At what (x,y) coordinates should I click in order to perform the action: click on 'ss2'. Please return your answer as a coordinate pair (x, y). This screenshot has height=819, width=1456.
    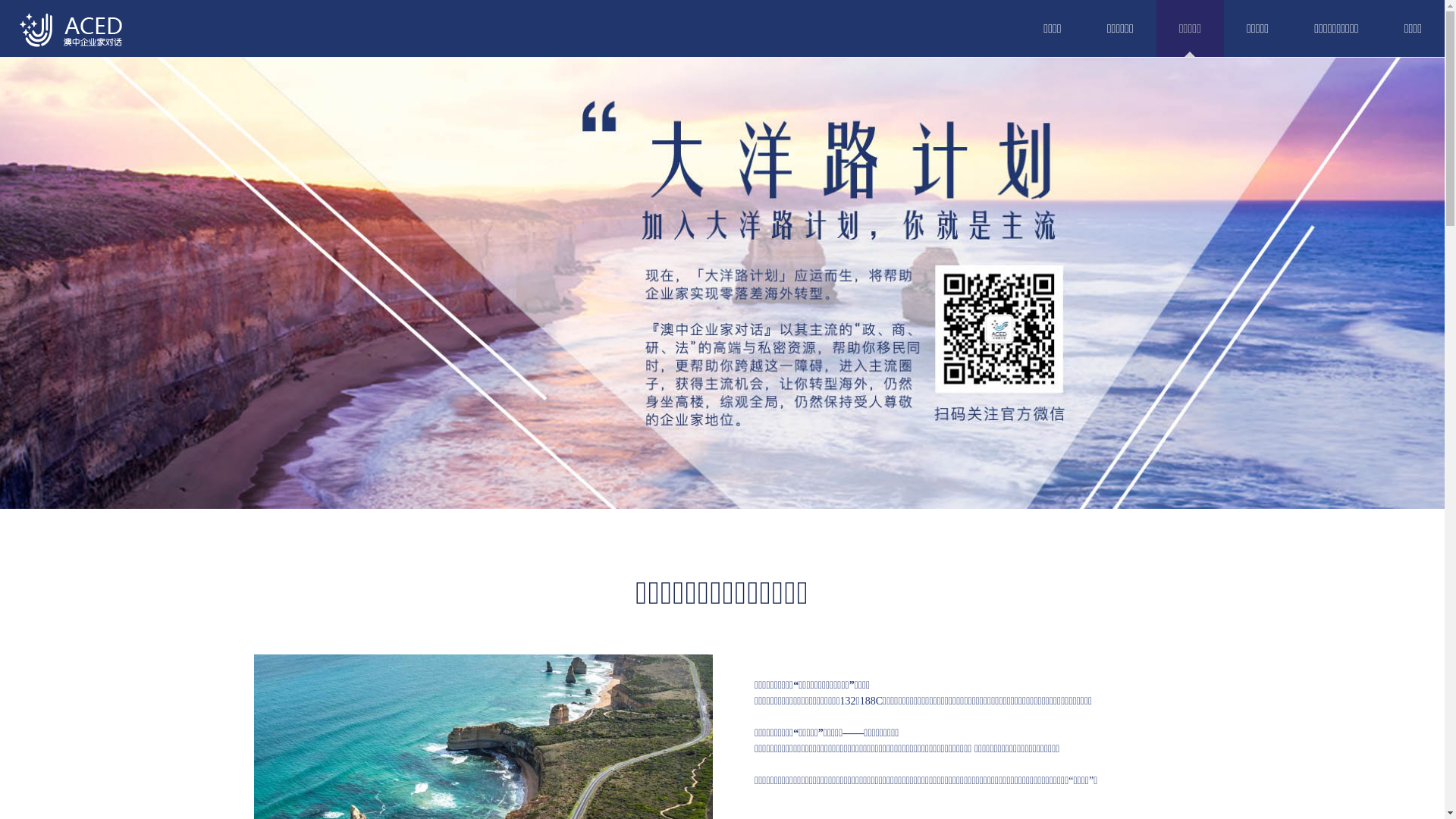
    Looking at the image, I should click on (721, 283).